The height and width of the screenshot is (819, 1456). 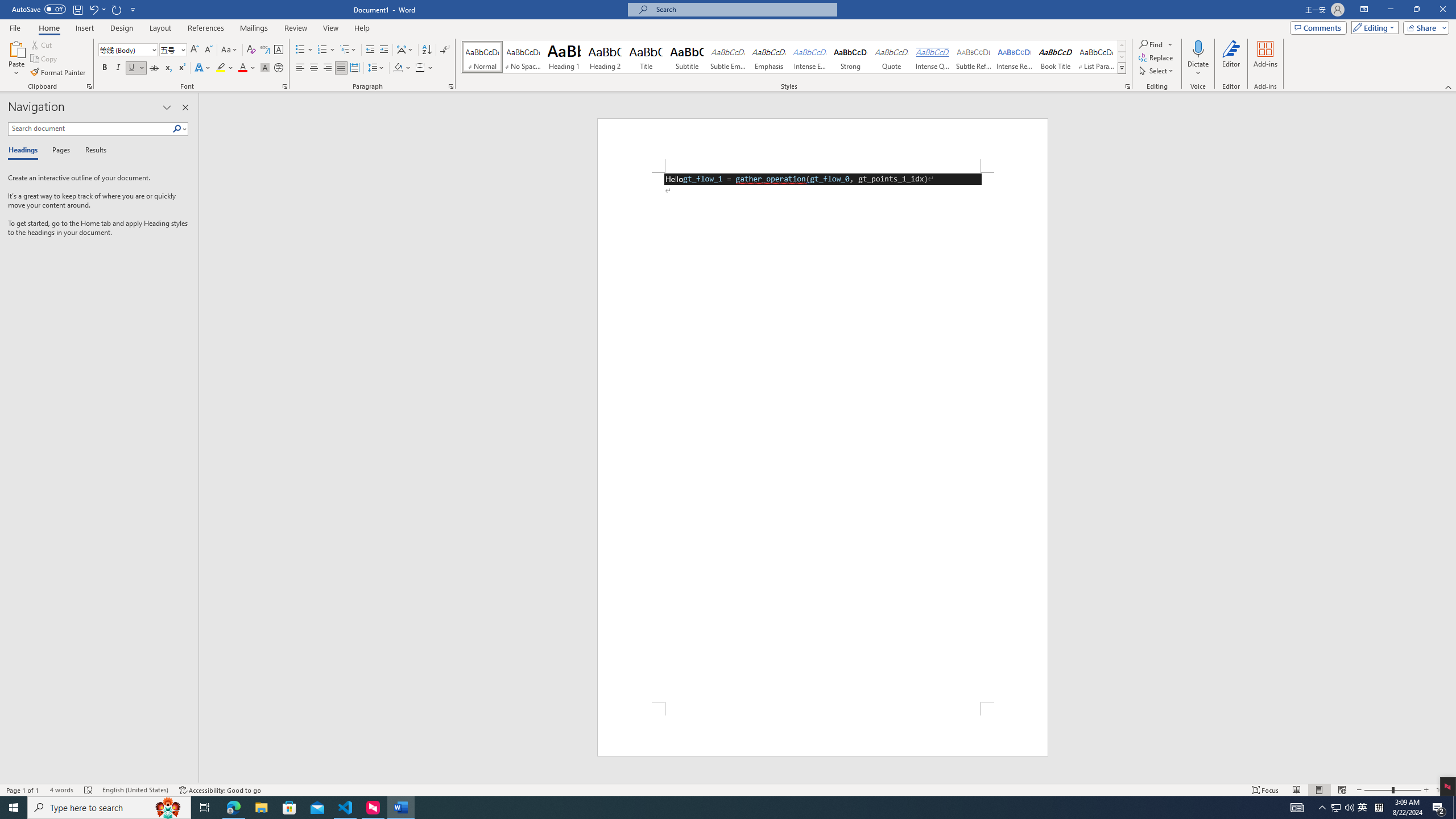 I want to click on 'Subtitle', so click(x=686, y=56).